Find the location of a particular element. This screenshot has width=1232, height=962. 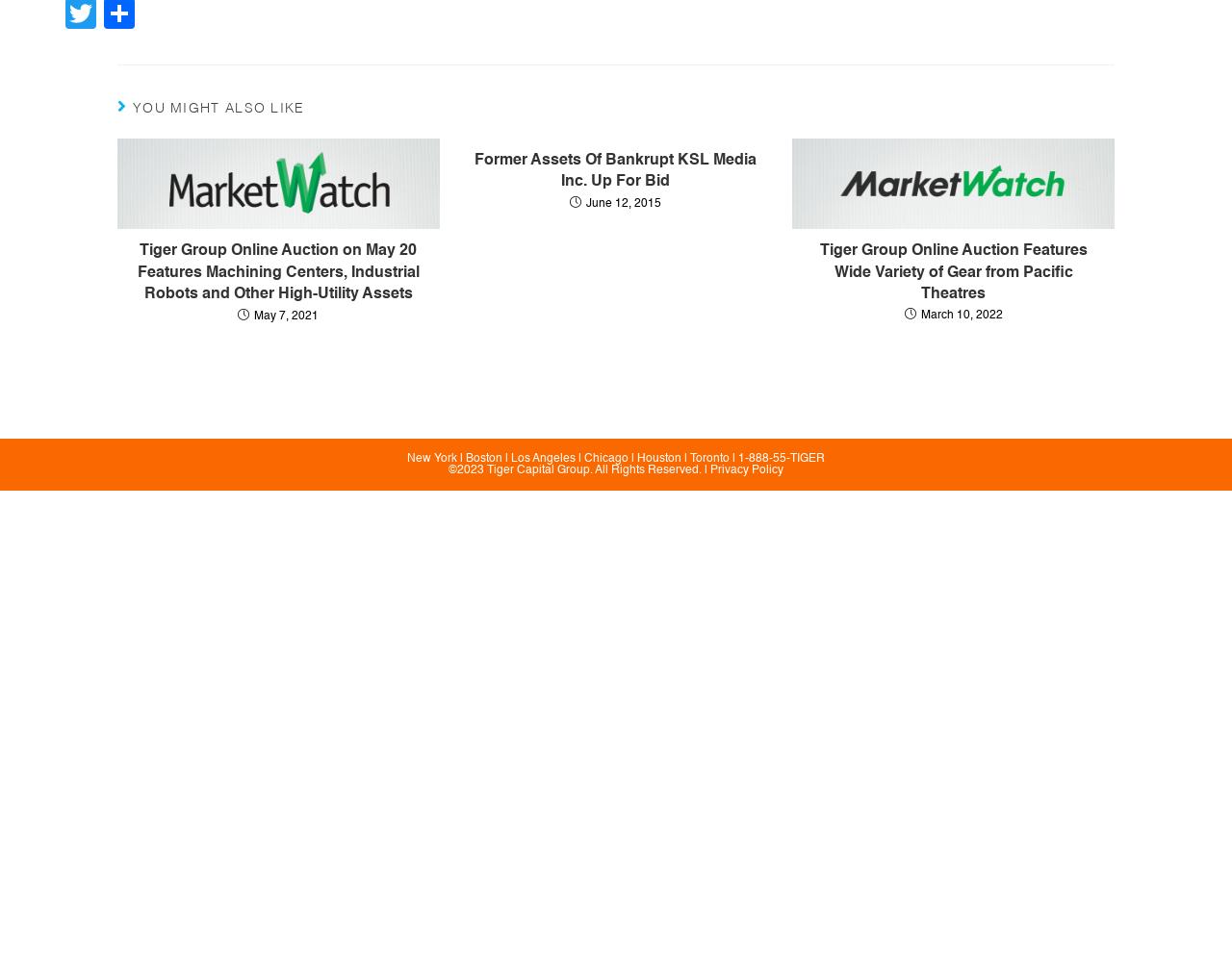

'Former Assets Of Bankrupt KSL Media Inc. Up For Bid' is located at coordinates (614, 171).